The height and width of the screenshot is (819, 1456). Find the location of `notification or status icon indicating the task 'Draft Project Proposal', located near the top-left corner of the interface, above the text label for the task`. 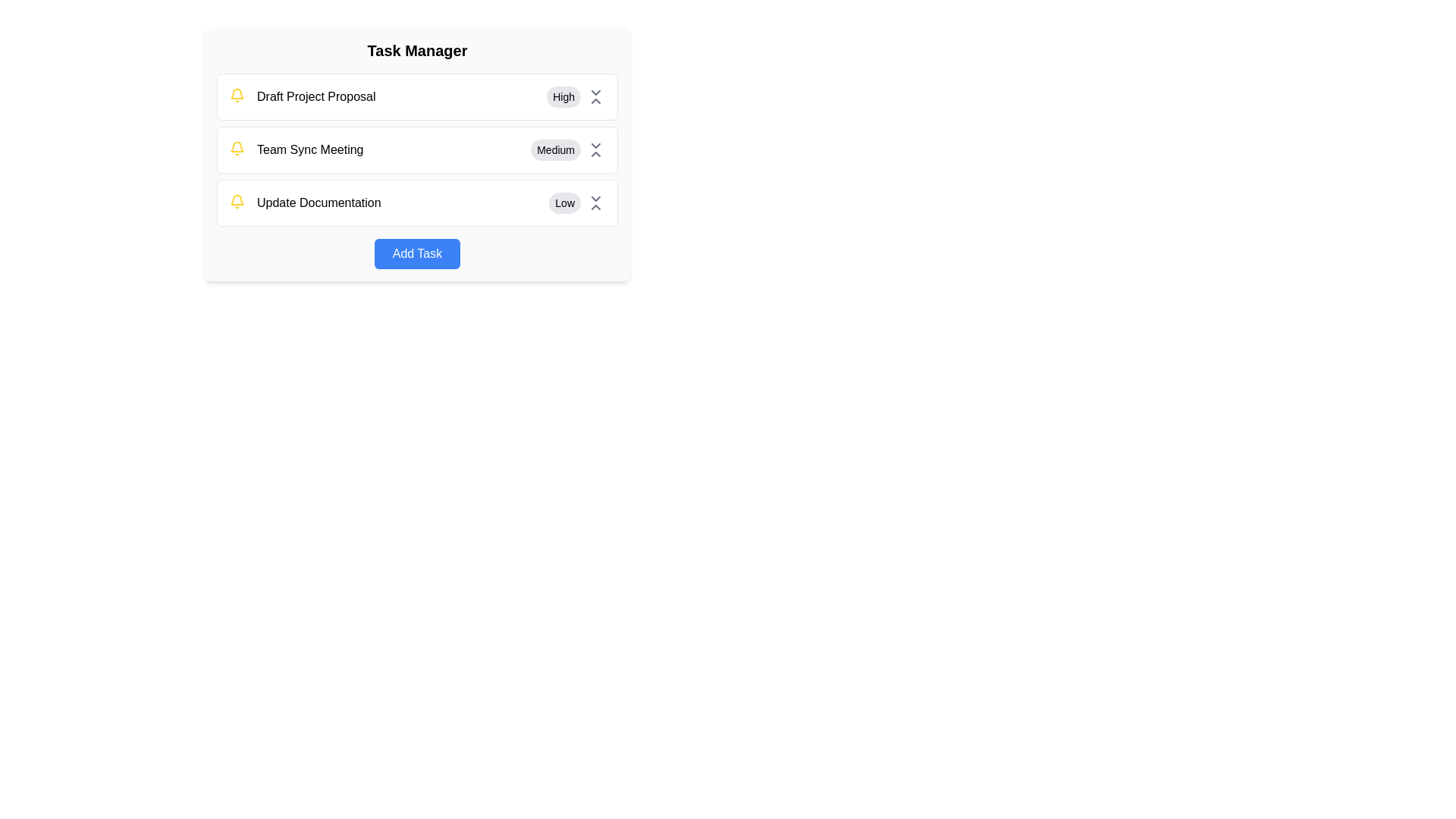

notification or status icon indicating the task 'Draft Project Proposal', located near the top-left corner of the interface, above the text label for the task is located at coordinates (236, 96).